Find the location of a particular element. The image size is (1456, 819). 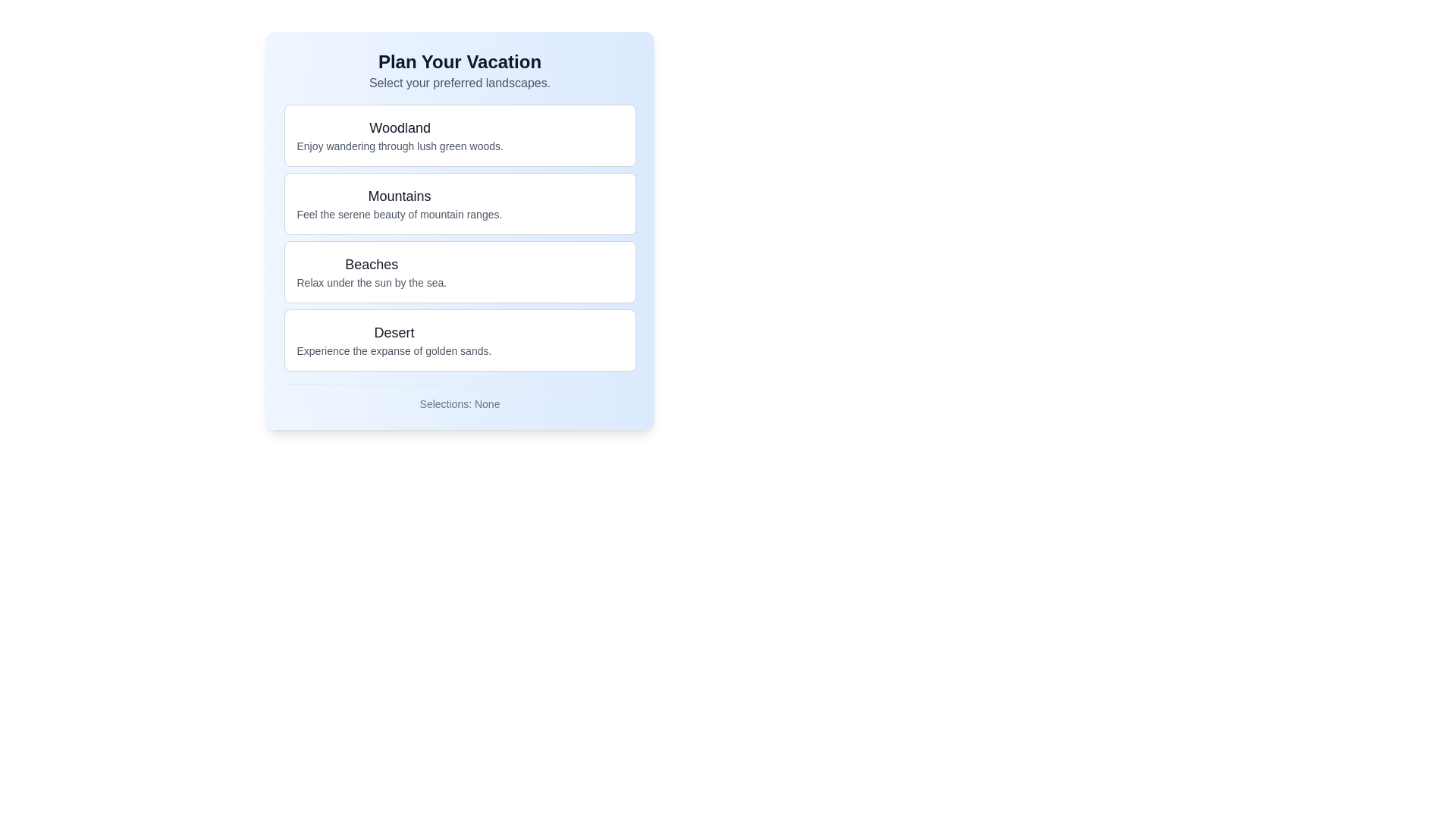

the descriptive text label that provides additional information about the 'Beaches' option, located directly underneath the 'Beaches' text in the third section of the vertically stacked list of selectable options is located at coordinates (372, 283).